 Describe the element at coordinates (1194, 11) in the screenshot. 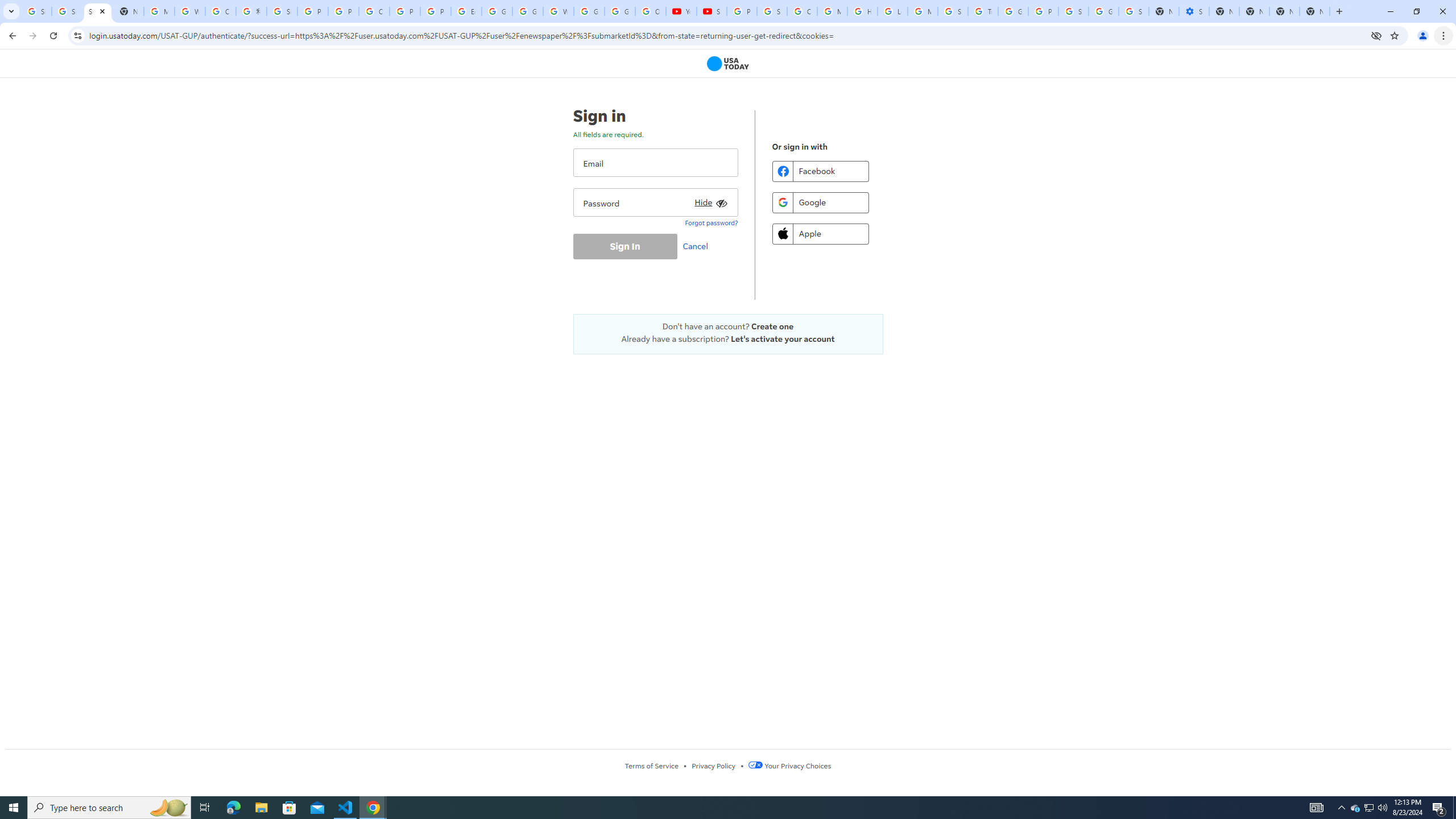

I see `'Settings - Performance'` at that location.